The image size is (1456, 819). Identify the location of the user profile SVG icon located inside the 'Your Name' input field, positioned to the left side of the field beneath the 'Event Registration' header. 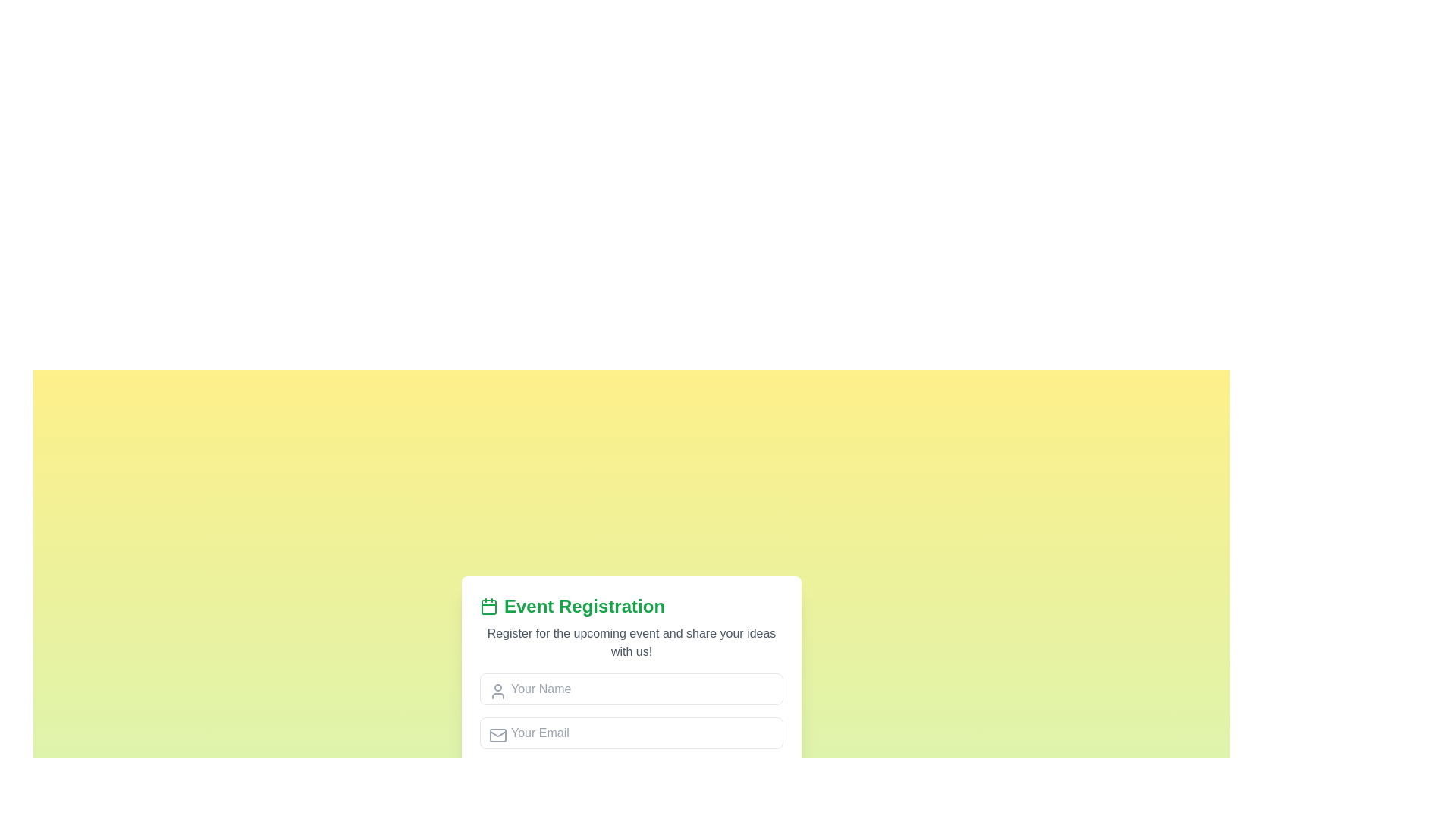
(498, 690).